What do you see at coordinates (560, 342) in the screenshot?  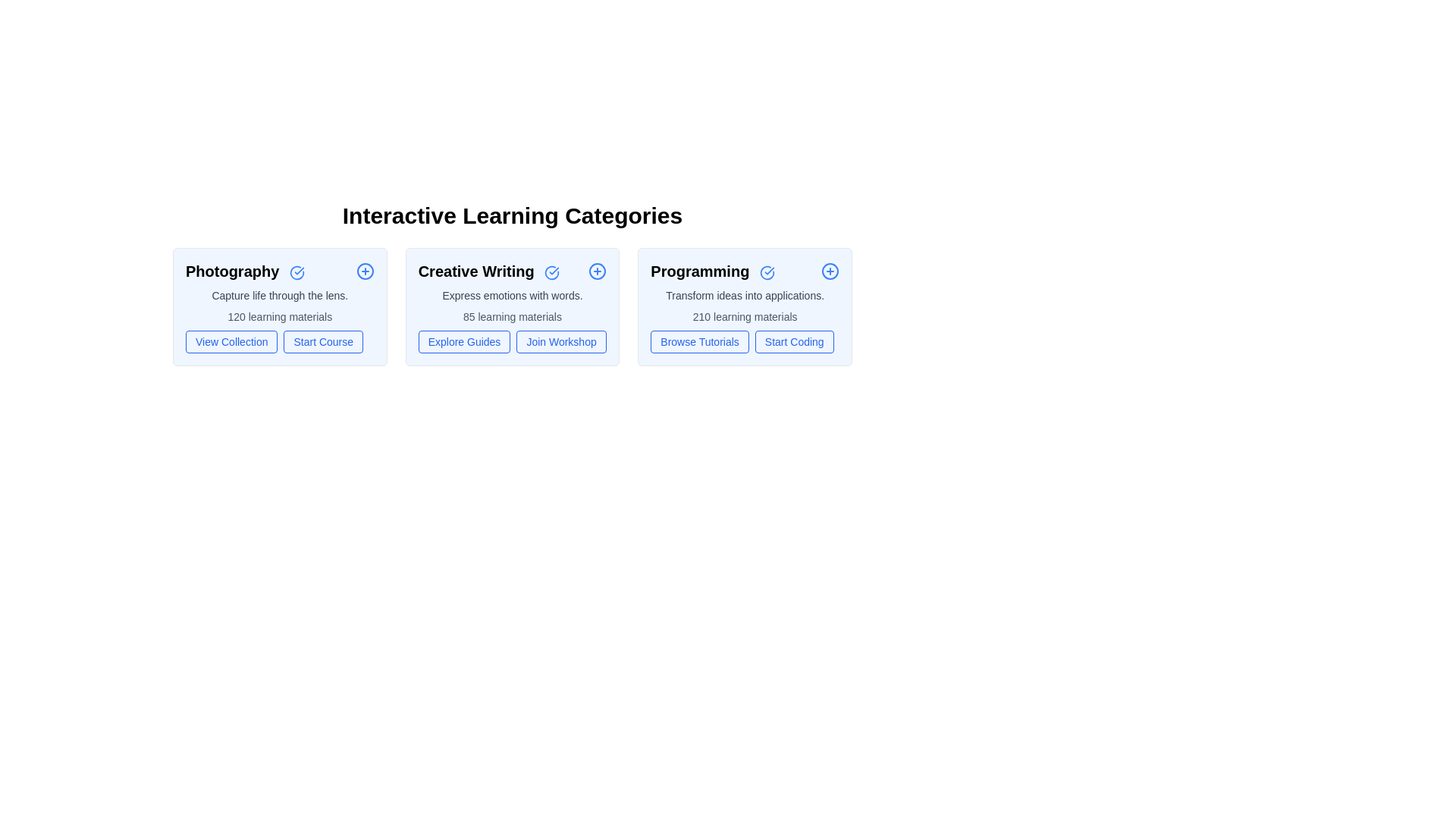 I see `the action button Join Workshop for the category Creative Writing` at bounding box center [560, 342].